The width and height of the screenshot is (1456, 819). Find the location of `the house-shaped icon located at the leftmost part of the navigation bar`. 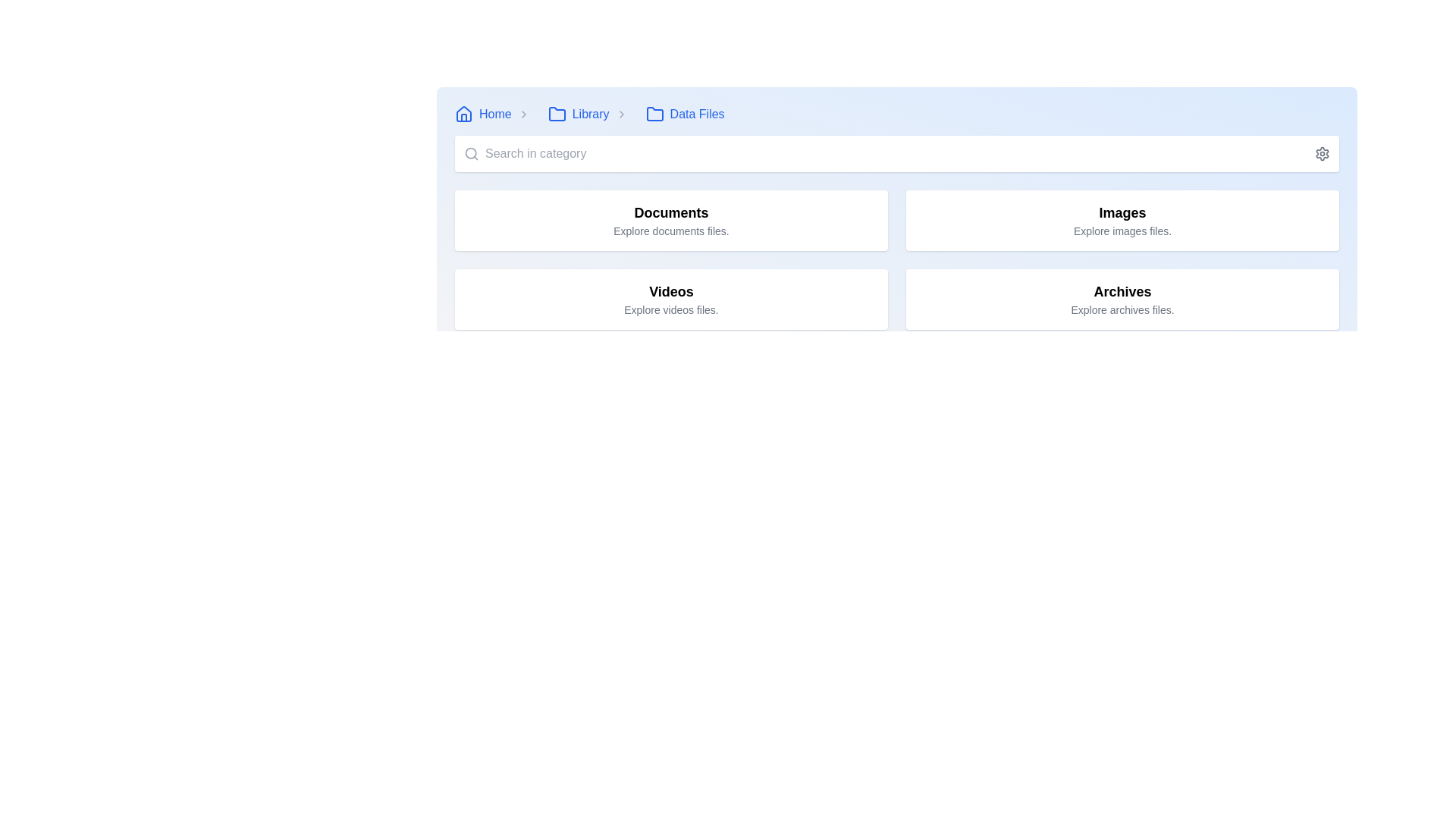

the house-shaped icon located at the leftmost part of the navigation bar is located at coordinates (463, 113).